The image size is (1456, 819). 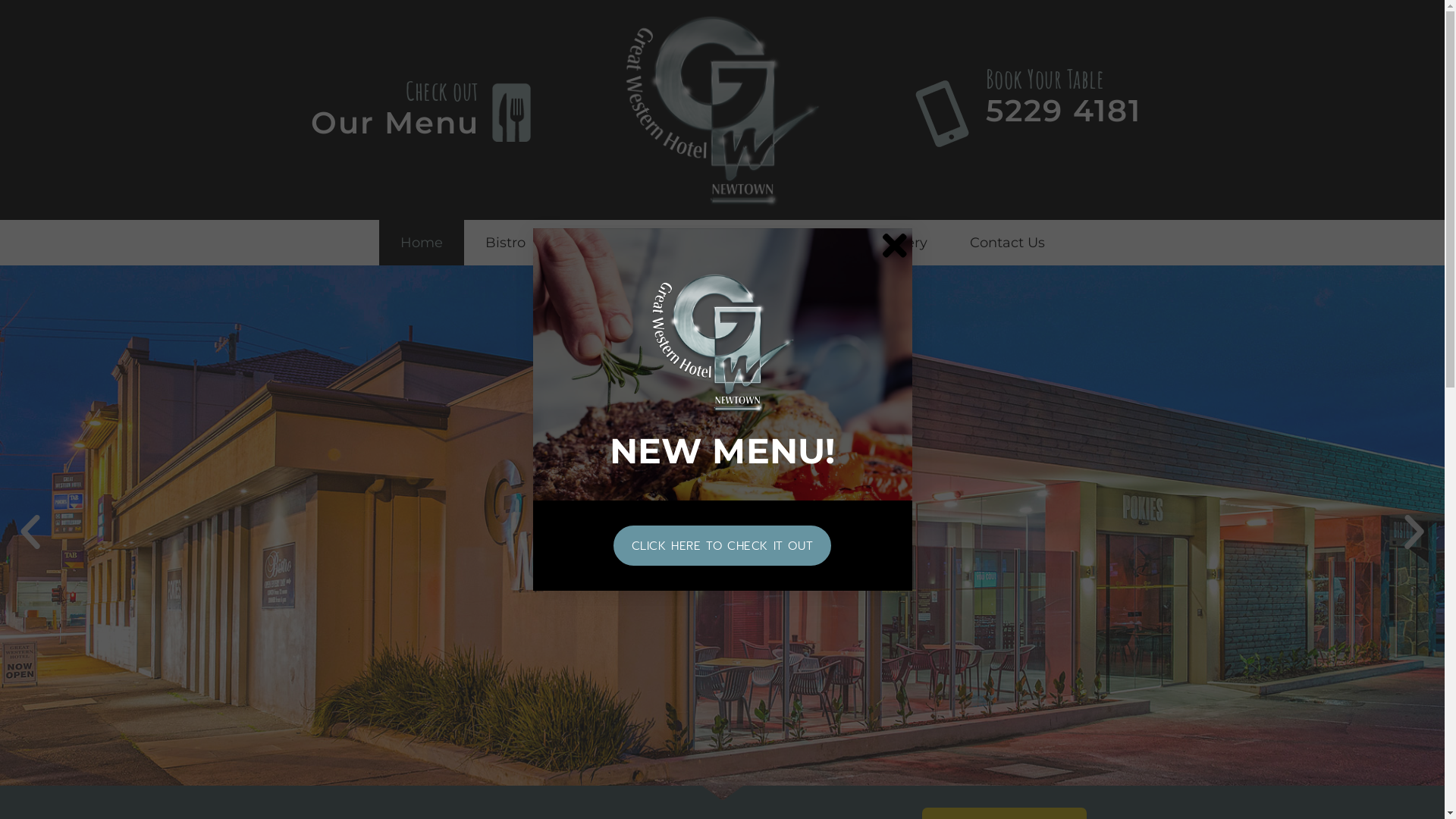 What do you see at coordinates (585, 242) in the screenshot?
I see `'Menu'` at bounding box center [585, 242].